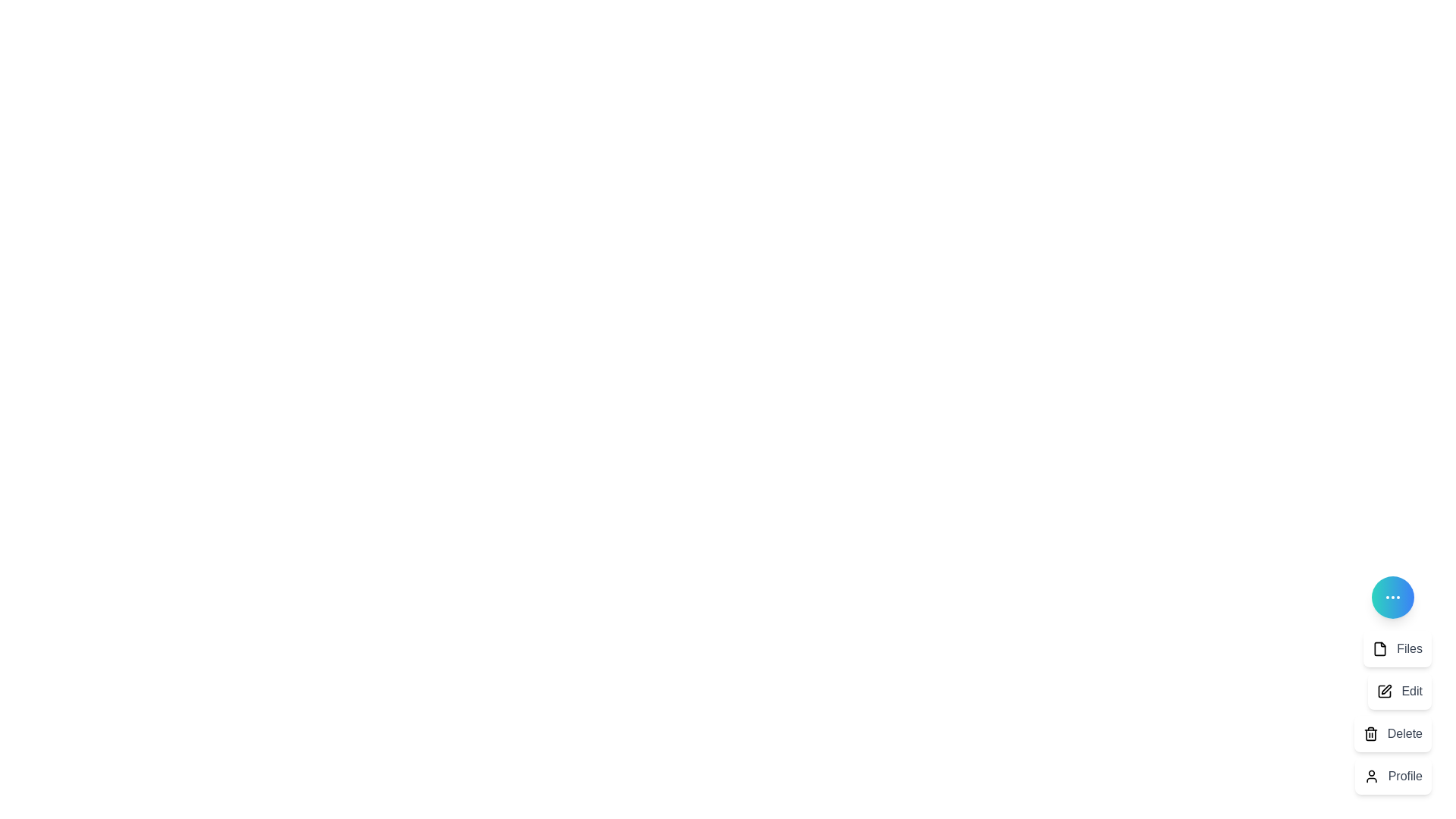 The image size is (1456, 819). Describe the element at coordinates (1392, 733) in the screenshot. I see `the 'Delete' button to perform the delete action` at that location.